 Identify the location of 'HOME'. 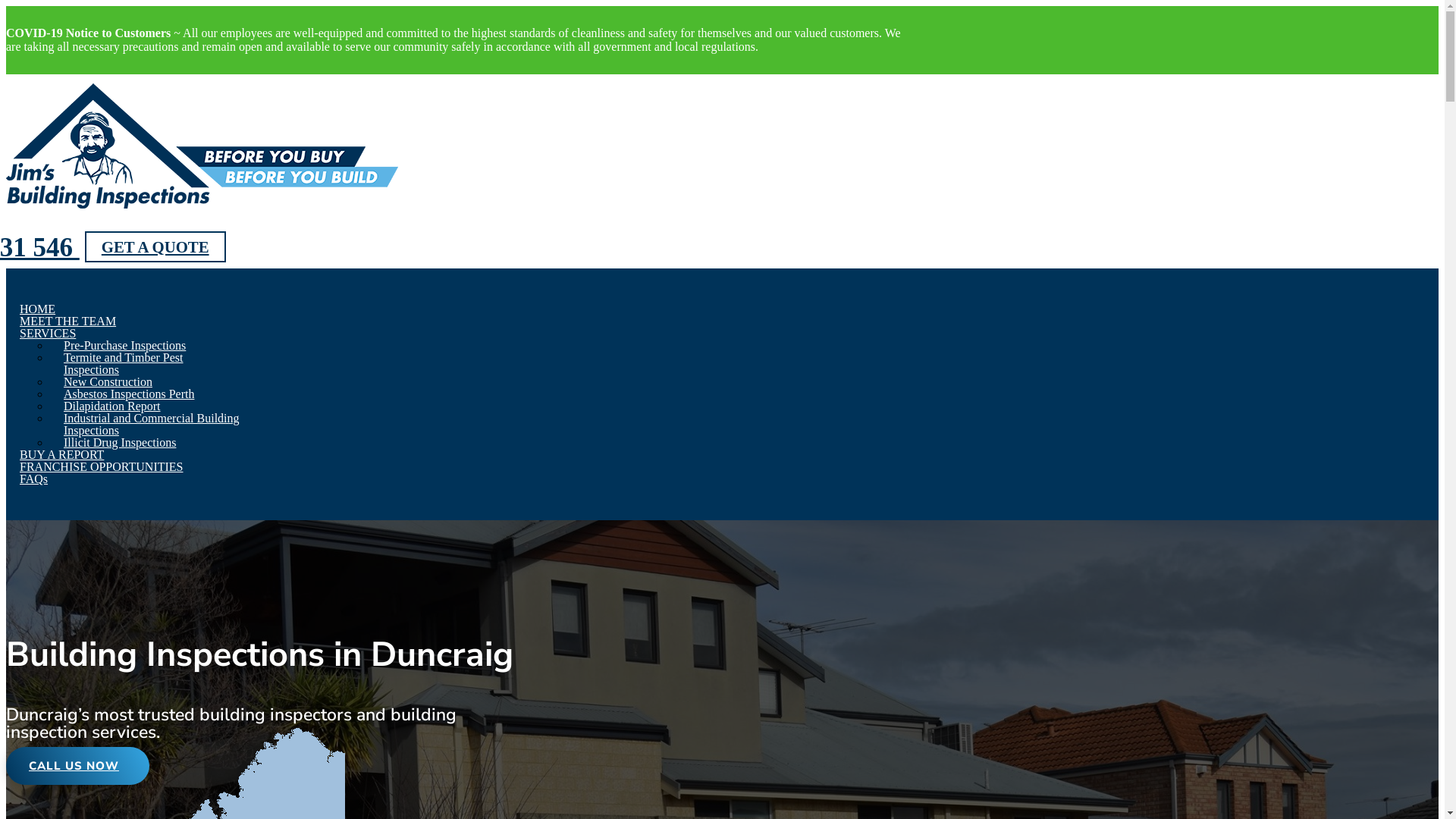
(37, 308).